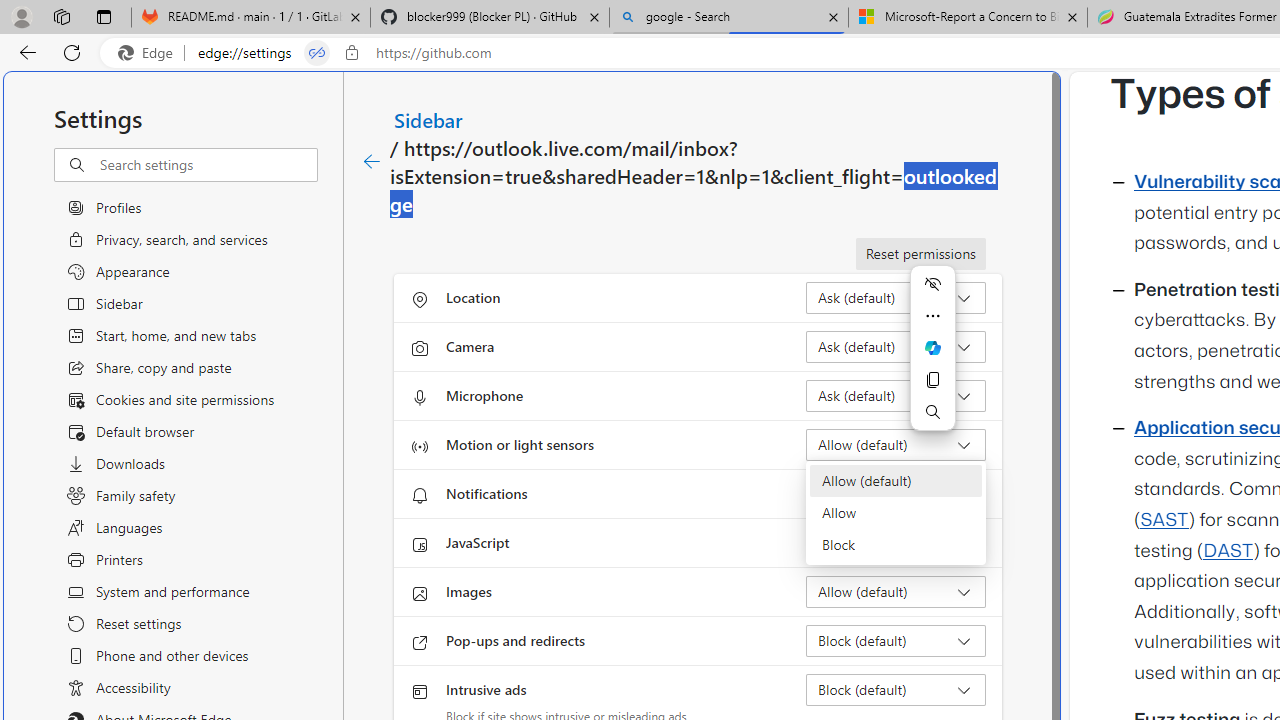  Describe the element at coordinates (932, 410) in the screenshot. I see `'Search'` at that location.